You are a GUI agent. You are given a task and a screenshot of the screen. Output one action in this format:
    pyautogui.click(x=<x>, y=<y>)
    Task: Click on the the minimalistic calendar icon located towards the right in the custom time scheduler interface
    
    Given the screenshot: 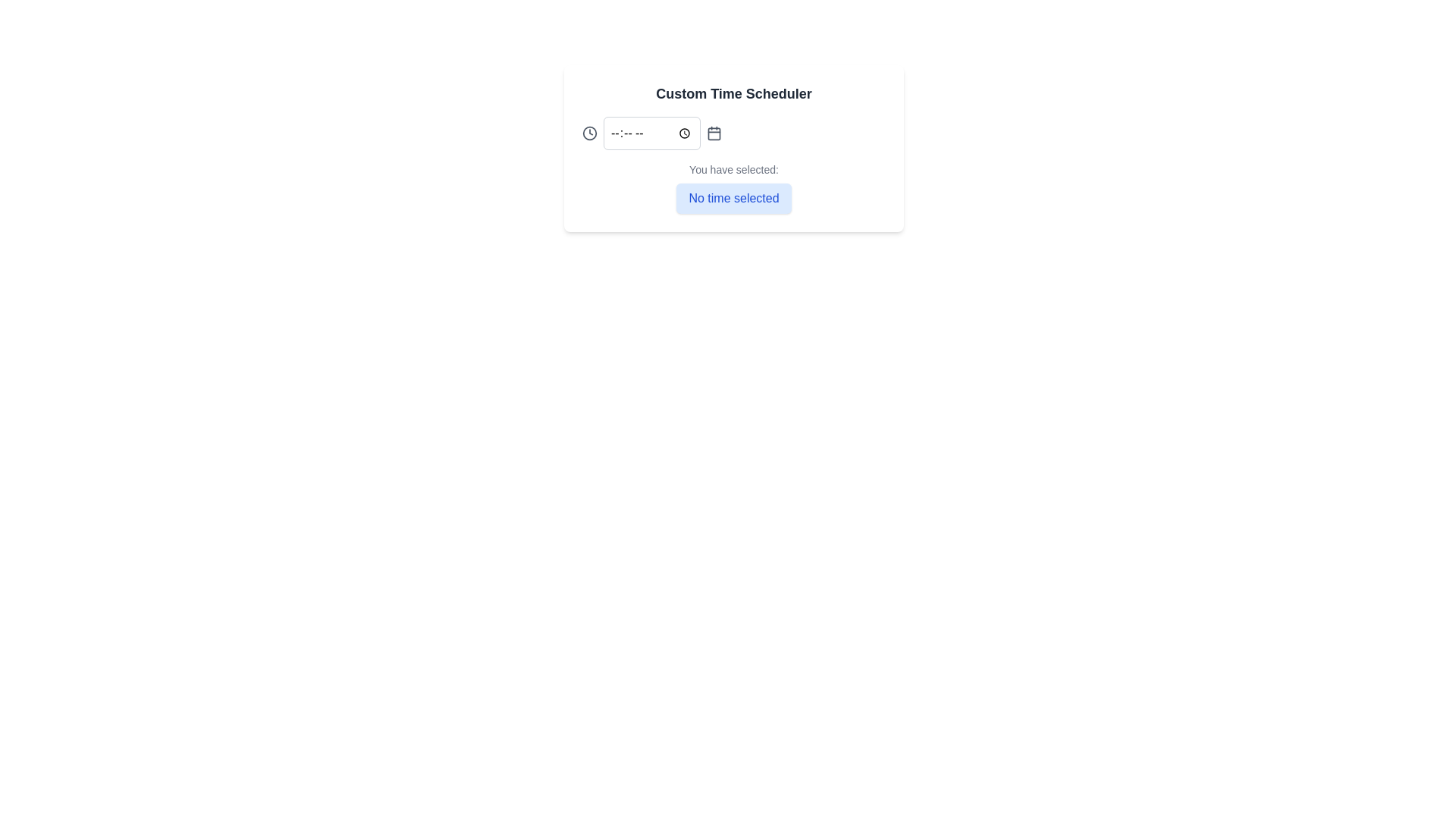 What is the action you would take?
    pyautogui.click(x=713, y=133)
    